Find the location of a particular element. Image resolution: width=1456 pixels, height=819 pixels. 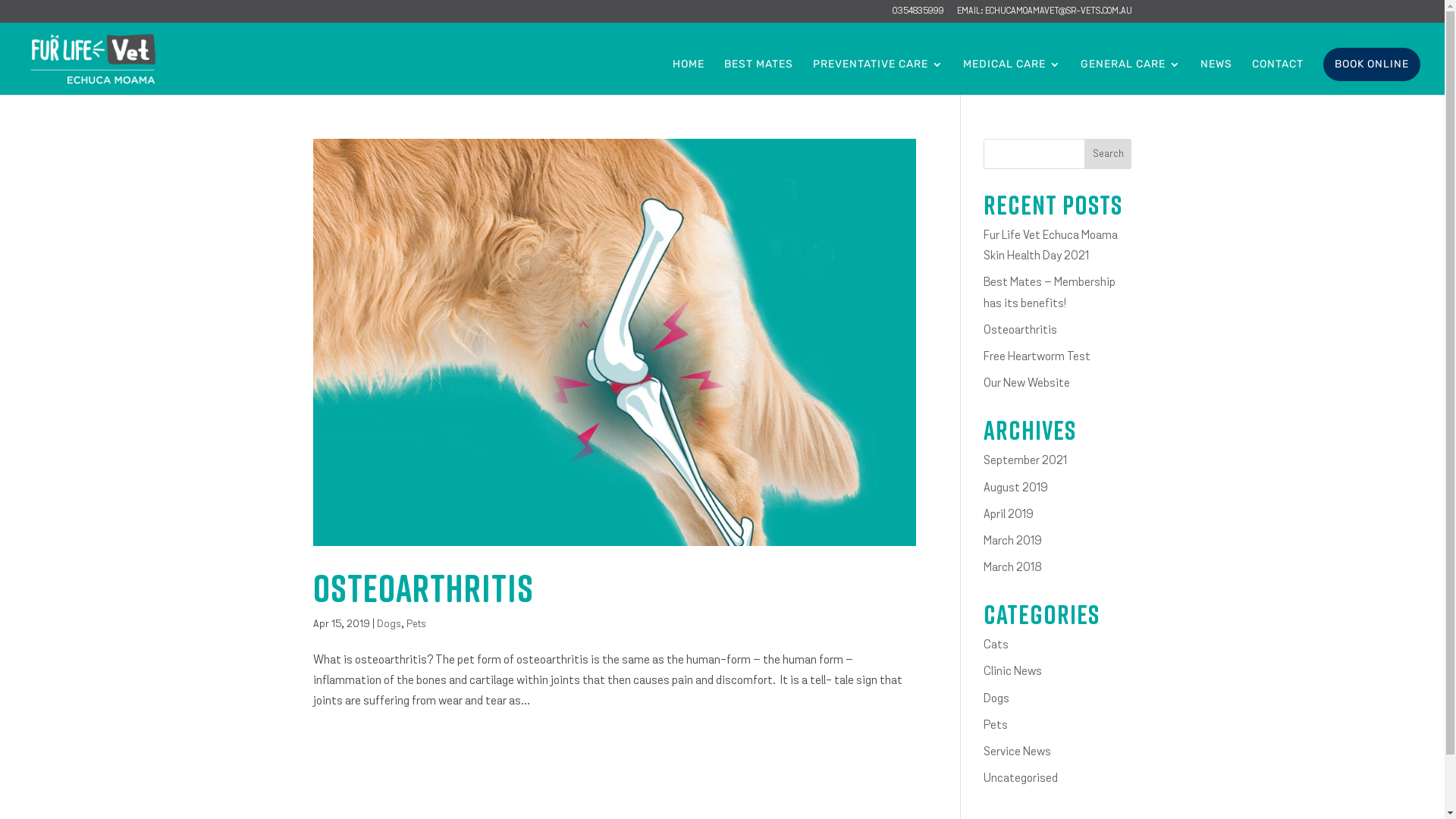

'Clinic News' is located at coordinates (983, 671).